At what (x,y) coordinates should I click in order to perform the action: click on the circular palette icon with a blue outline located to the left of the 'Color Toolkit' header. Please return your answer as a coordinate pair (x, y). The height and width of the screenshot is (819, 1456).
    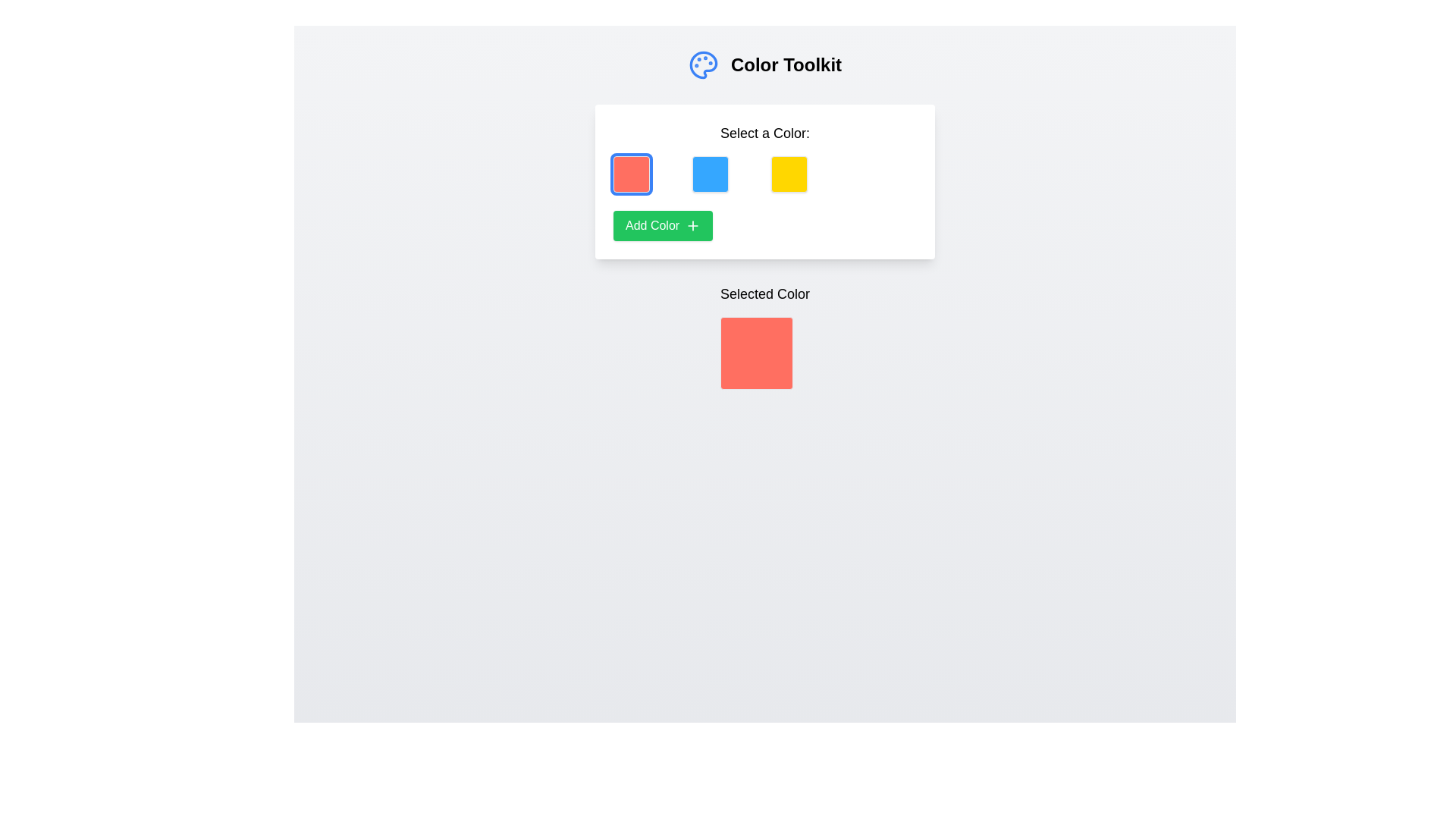
    Looking at the image, I should click on (702, 64).